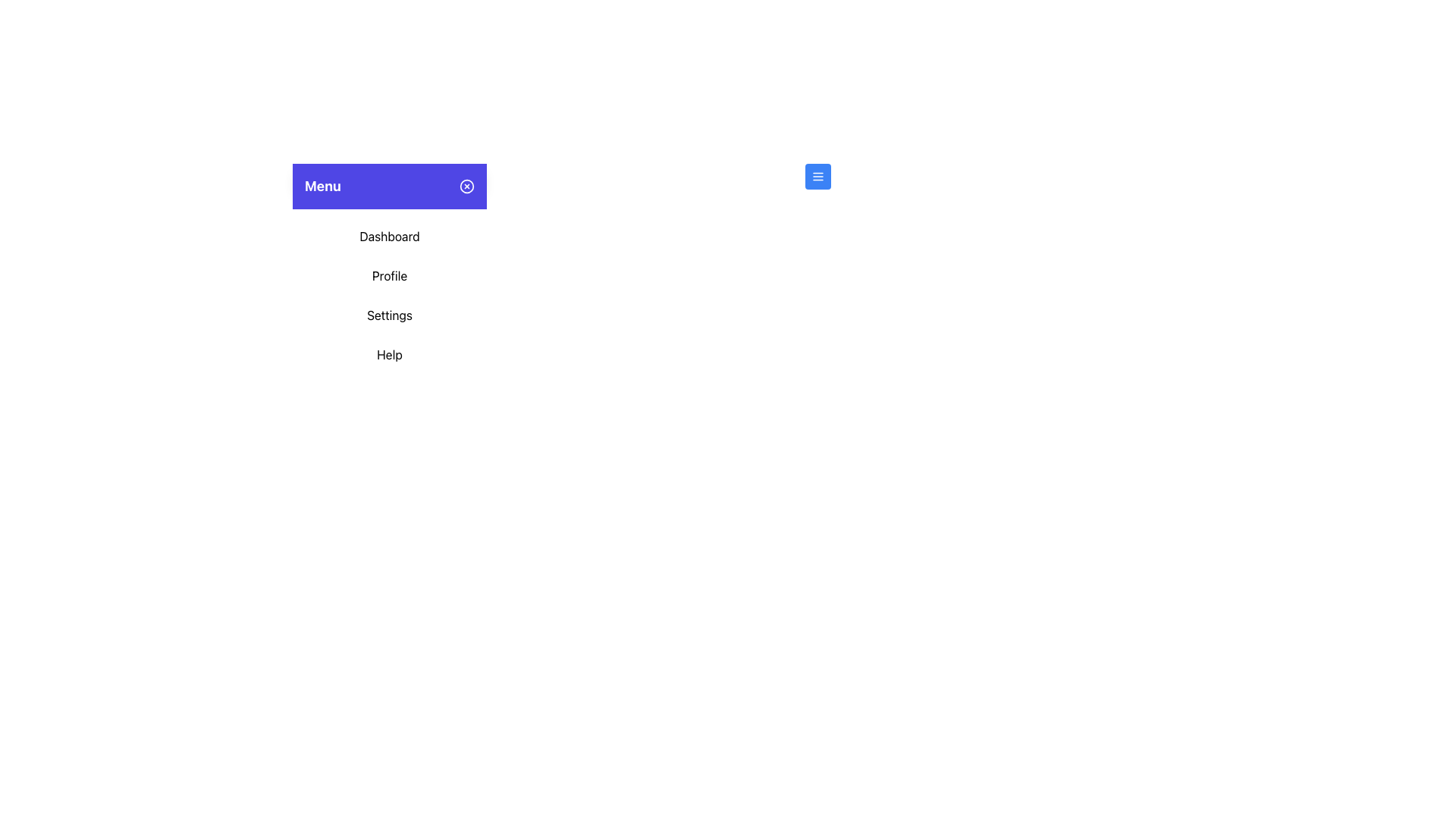 Image resolution: width=1456 pixels, height=819 pixels. What do you see at coordinates (389, 237) in the screenshot?
I see `the 'Dashboard' button, which is a rectangular button with black text on a white background located below the 'Menu' header in the top-left quadrant of the interface` at bounding box center [389, 237].